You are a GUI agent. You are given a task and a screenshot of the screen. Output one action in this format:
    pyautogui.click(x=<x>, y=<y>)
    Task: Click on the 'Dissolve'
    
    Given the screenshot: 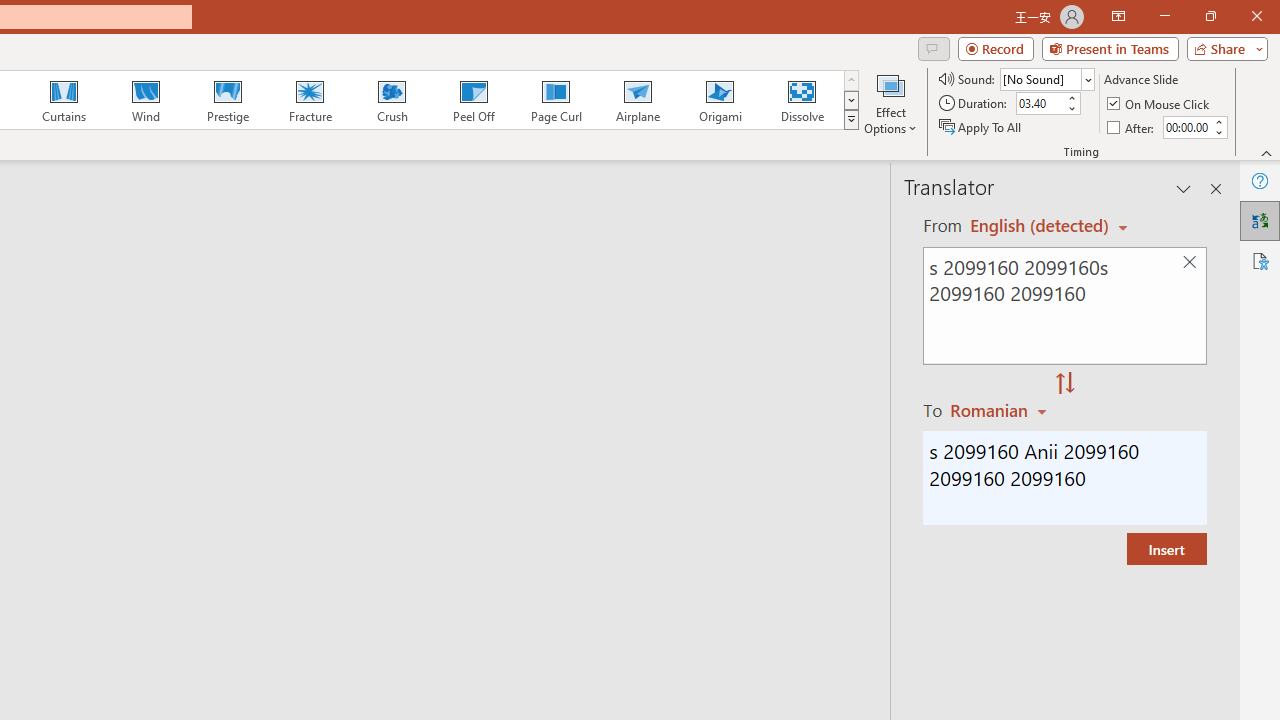 What is the action you would take?
    pyautogui.click(x=802, y=100)
    